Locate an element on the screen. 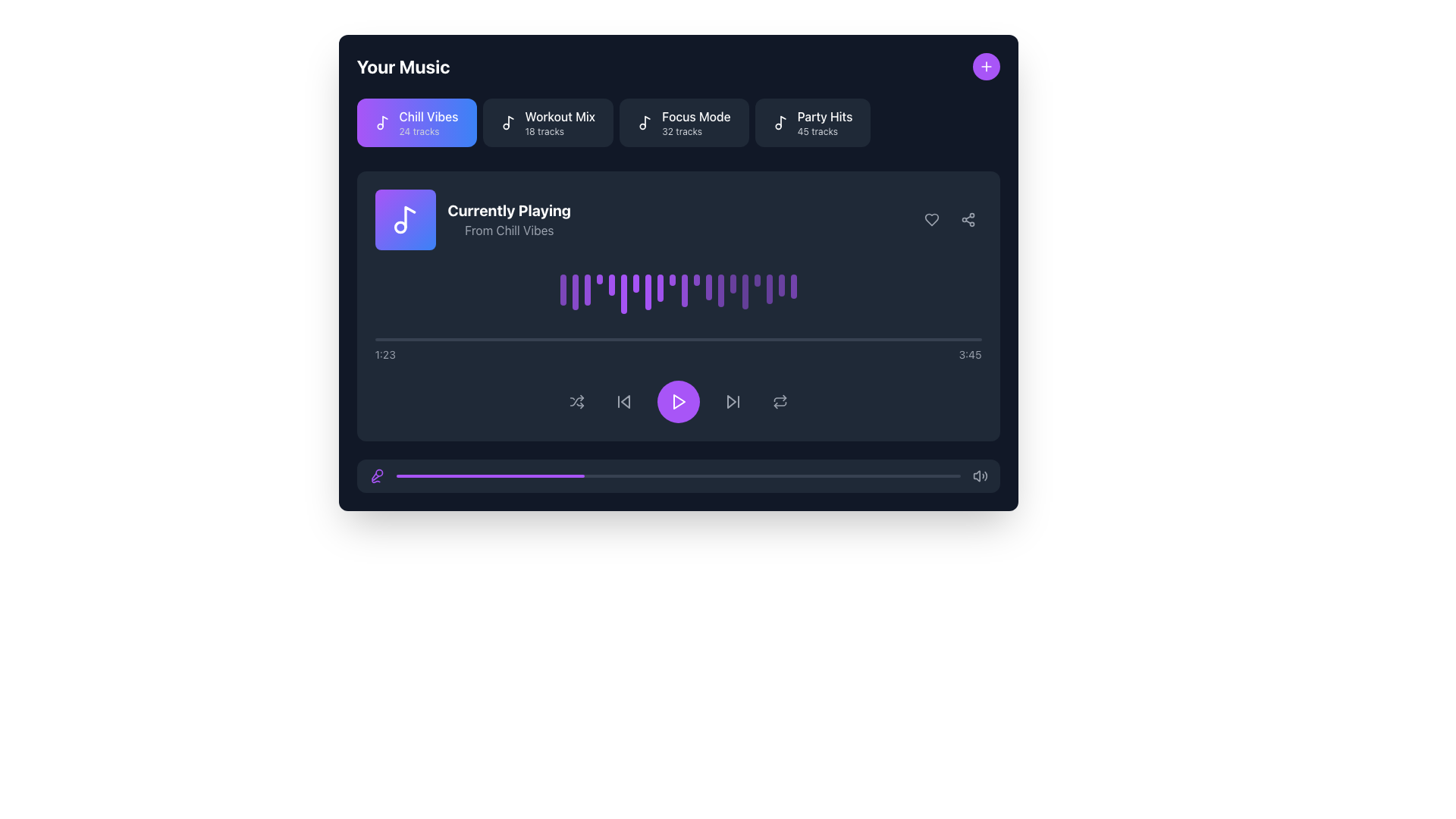  the text label displaying '32 tracks', which is styled with a small font size and gray color, located below the 'Focus Mode' header in the top navigation menu is located at coordinates (681, 130).